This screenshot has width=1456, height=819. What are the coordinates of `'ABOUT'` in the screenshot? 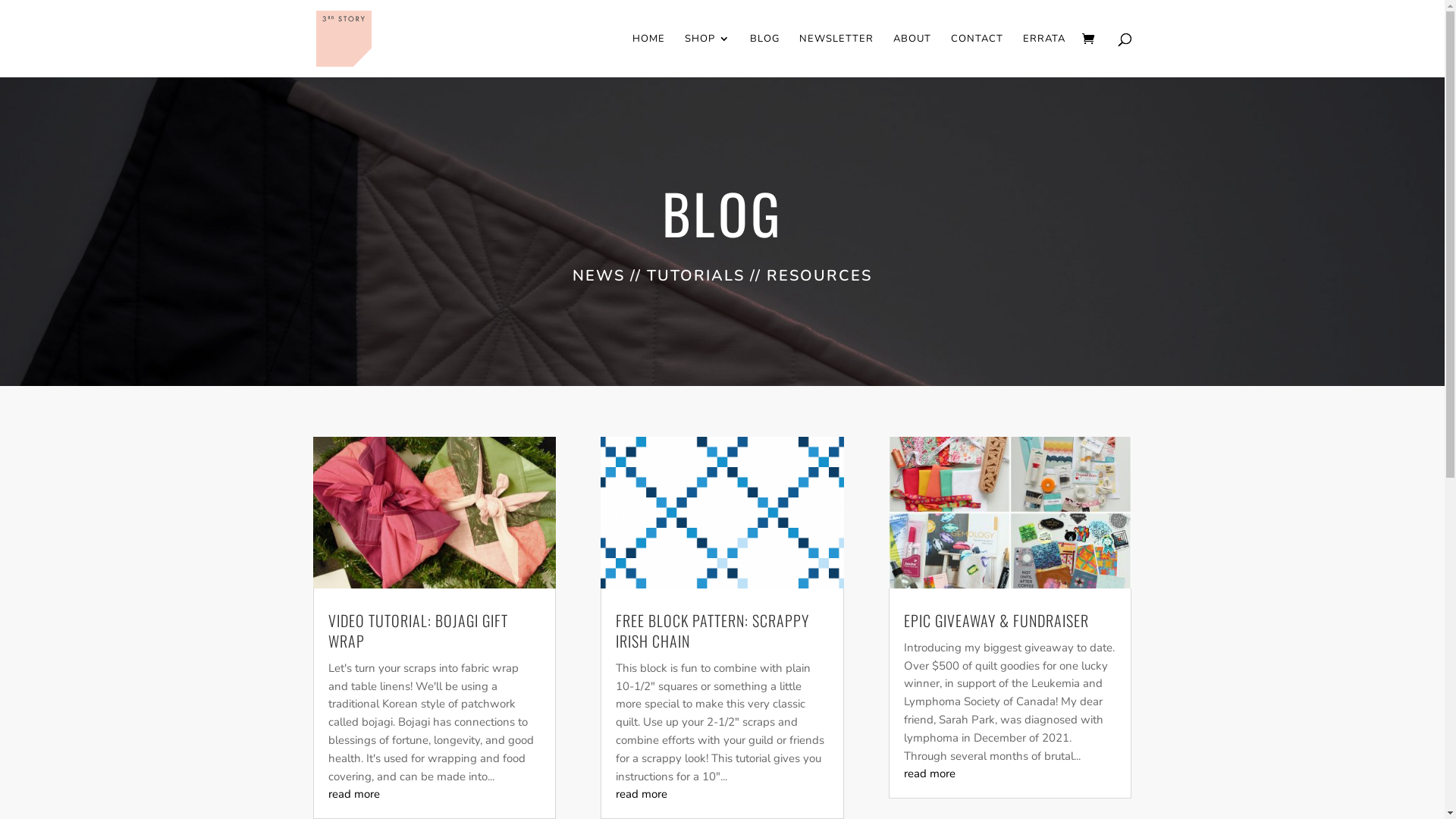 It's located at (912, 55).